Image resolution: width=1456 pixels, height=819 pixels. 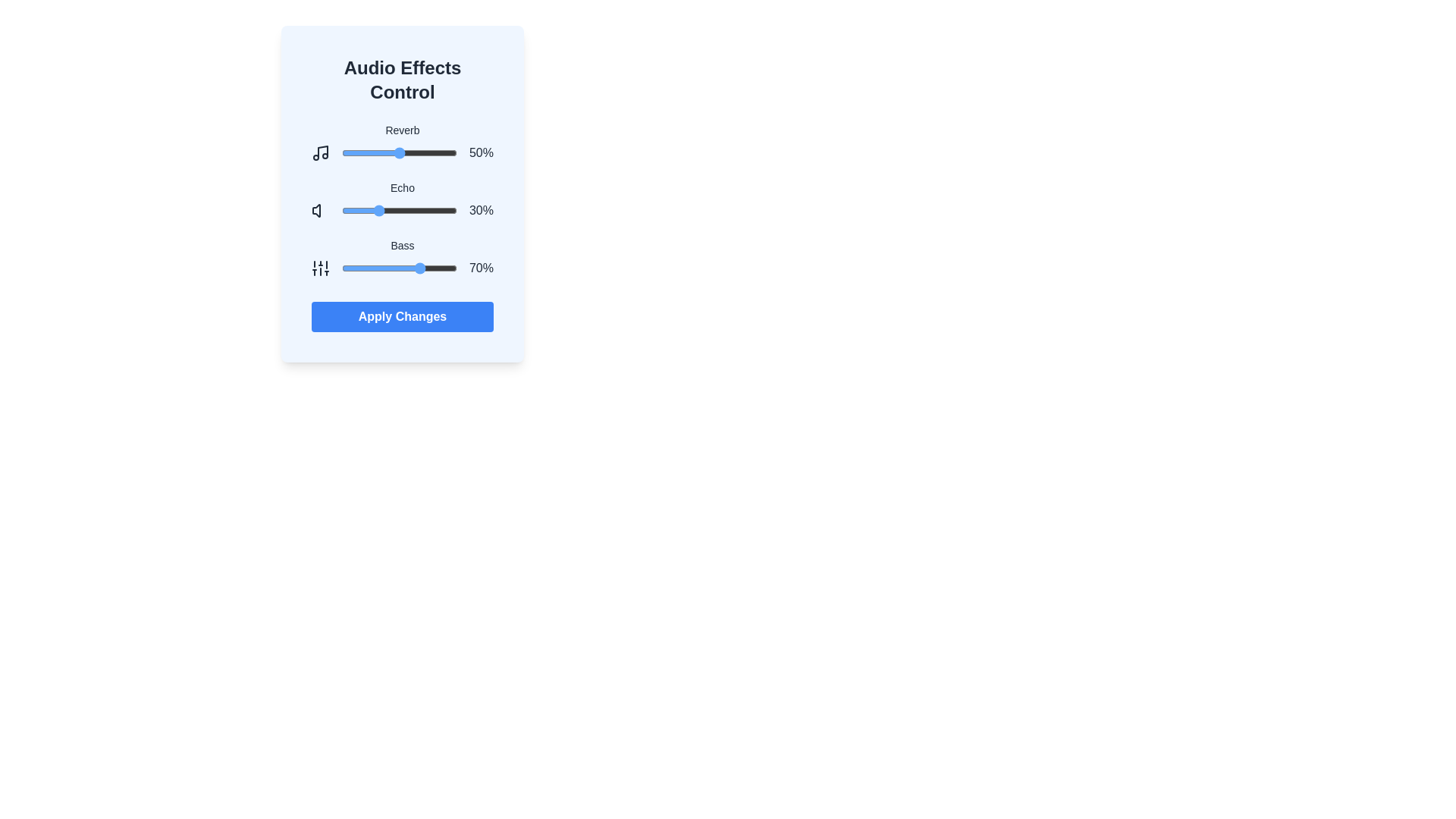 I want to click on the reverb effect, so click(x=405, y=152).